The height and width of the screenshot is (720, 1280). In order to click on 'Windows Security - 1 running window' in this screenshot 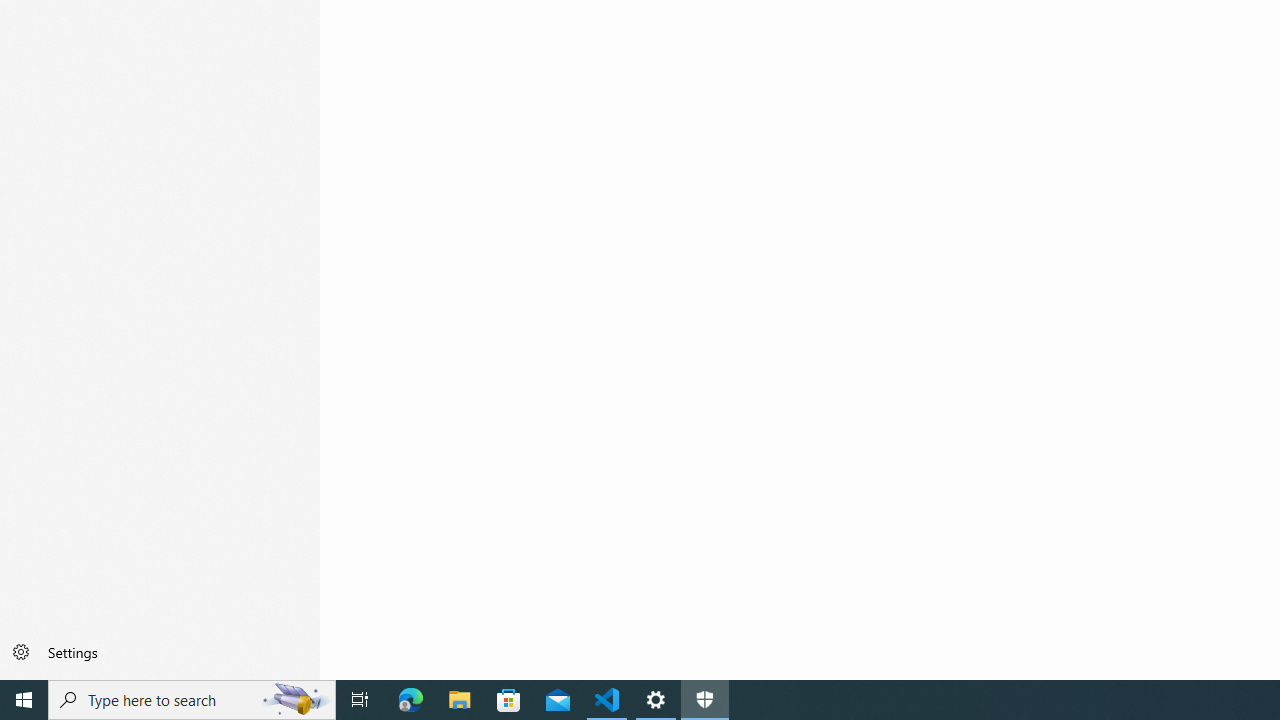, I will do `click(705, 698)`.